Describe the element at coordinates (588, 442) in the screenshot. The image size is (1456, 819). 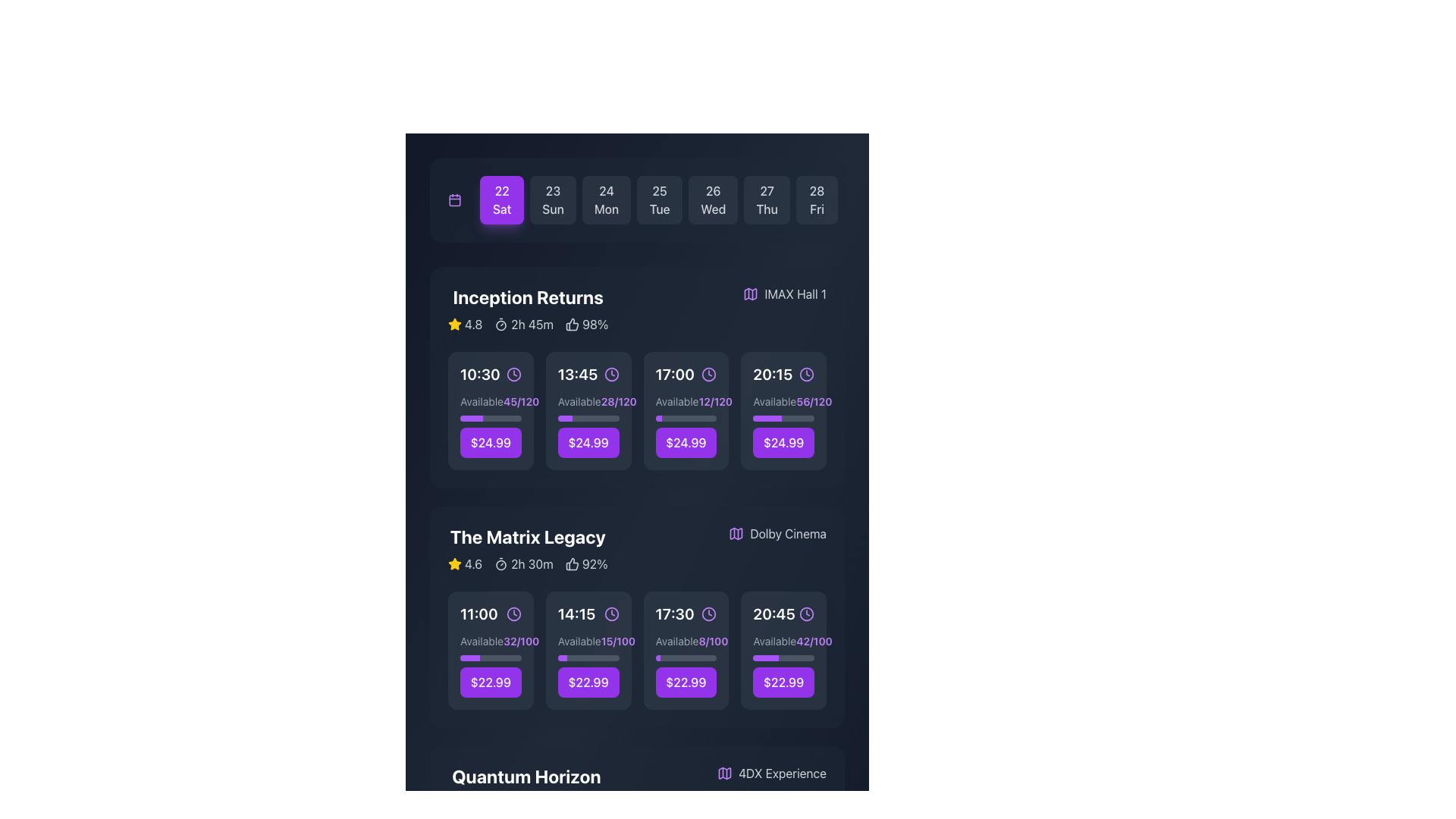
I see `the button for the 13:45 showtime` at that location.